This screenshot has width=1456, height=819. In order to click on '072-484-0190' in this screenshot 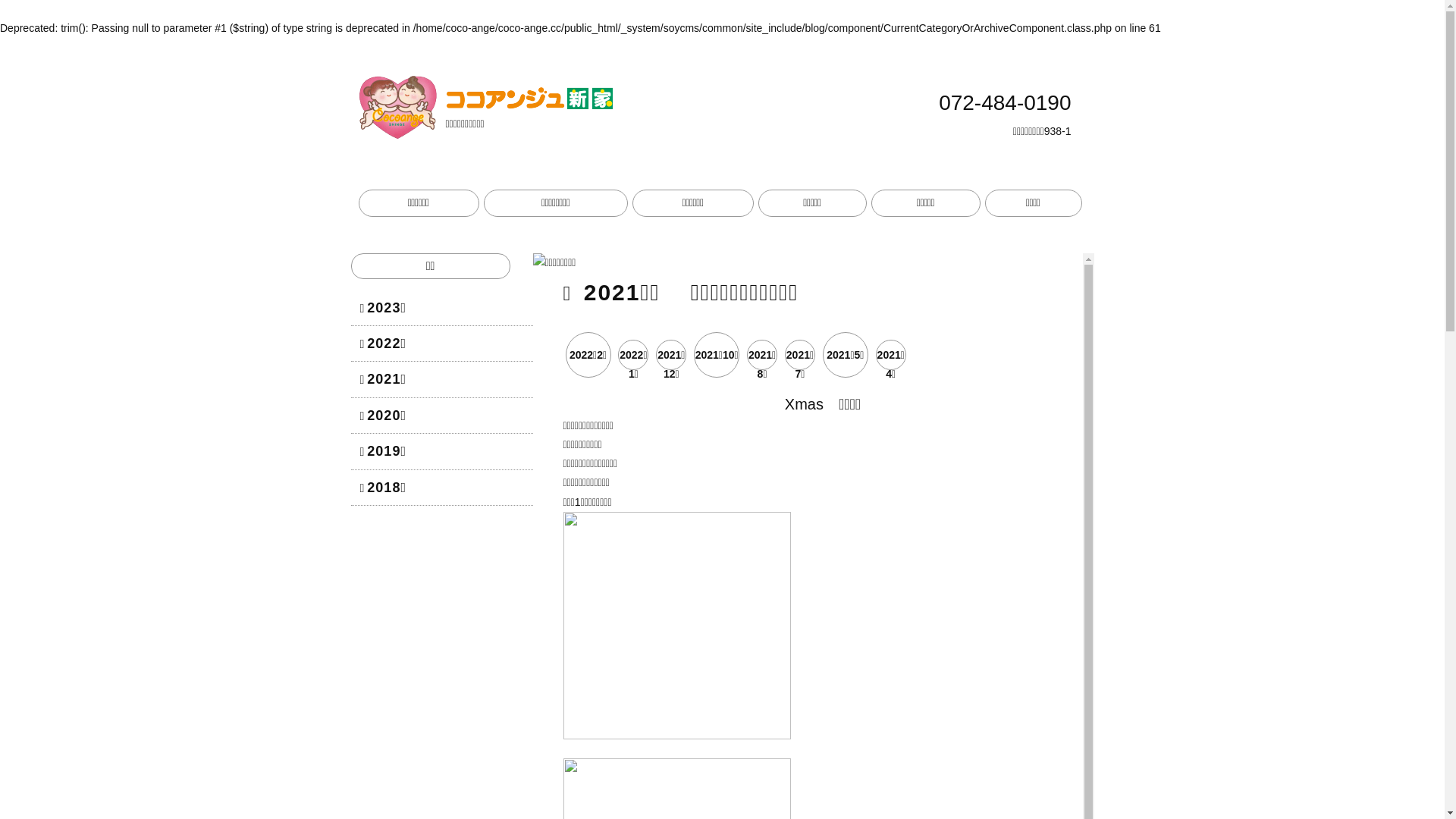, I will do `click(1001, 114)`.